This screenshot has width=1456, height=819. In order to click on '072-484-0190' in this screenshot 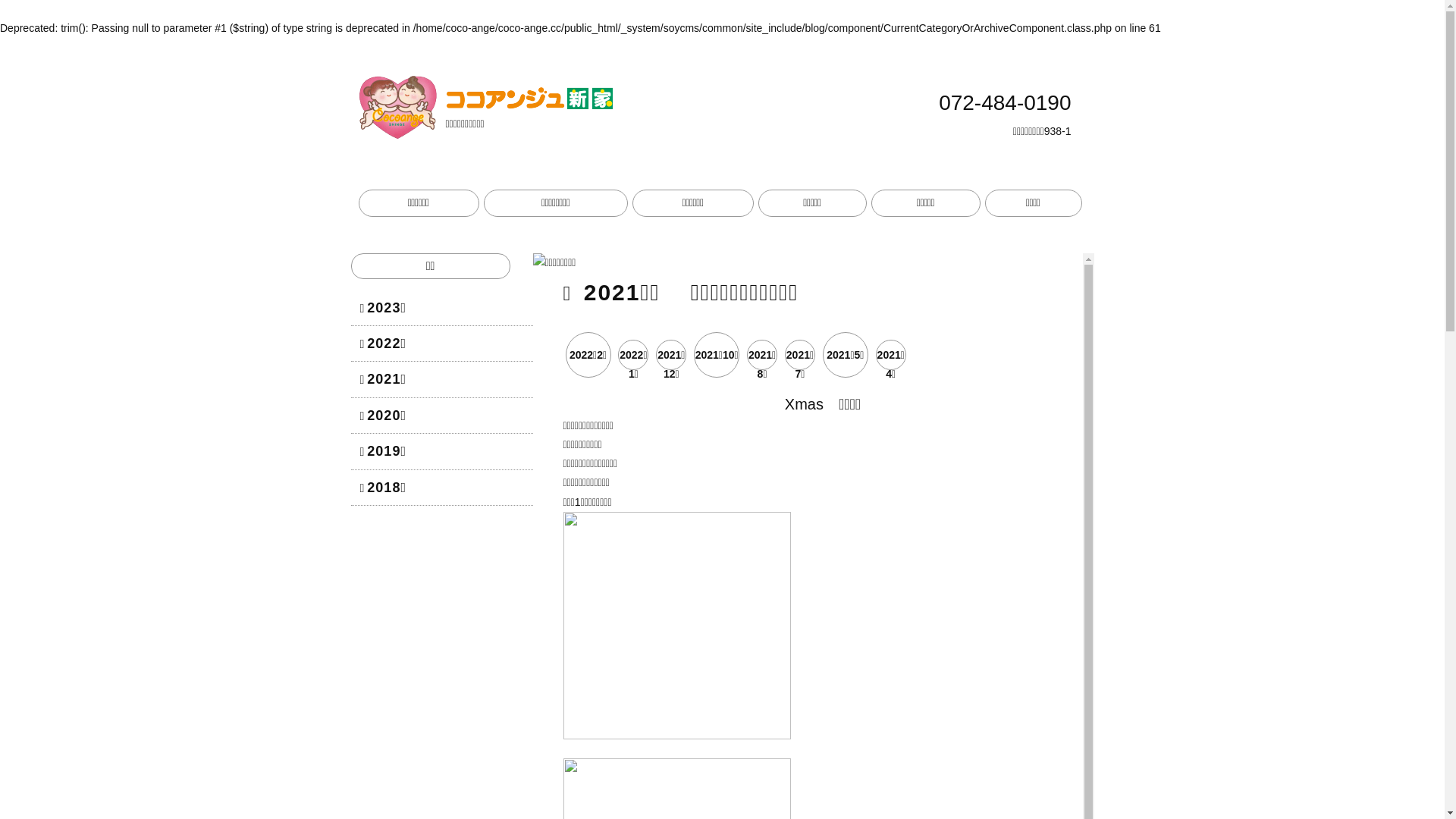, I will do `click(1001, 114)`.